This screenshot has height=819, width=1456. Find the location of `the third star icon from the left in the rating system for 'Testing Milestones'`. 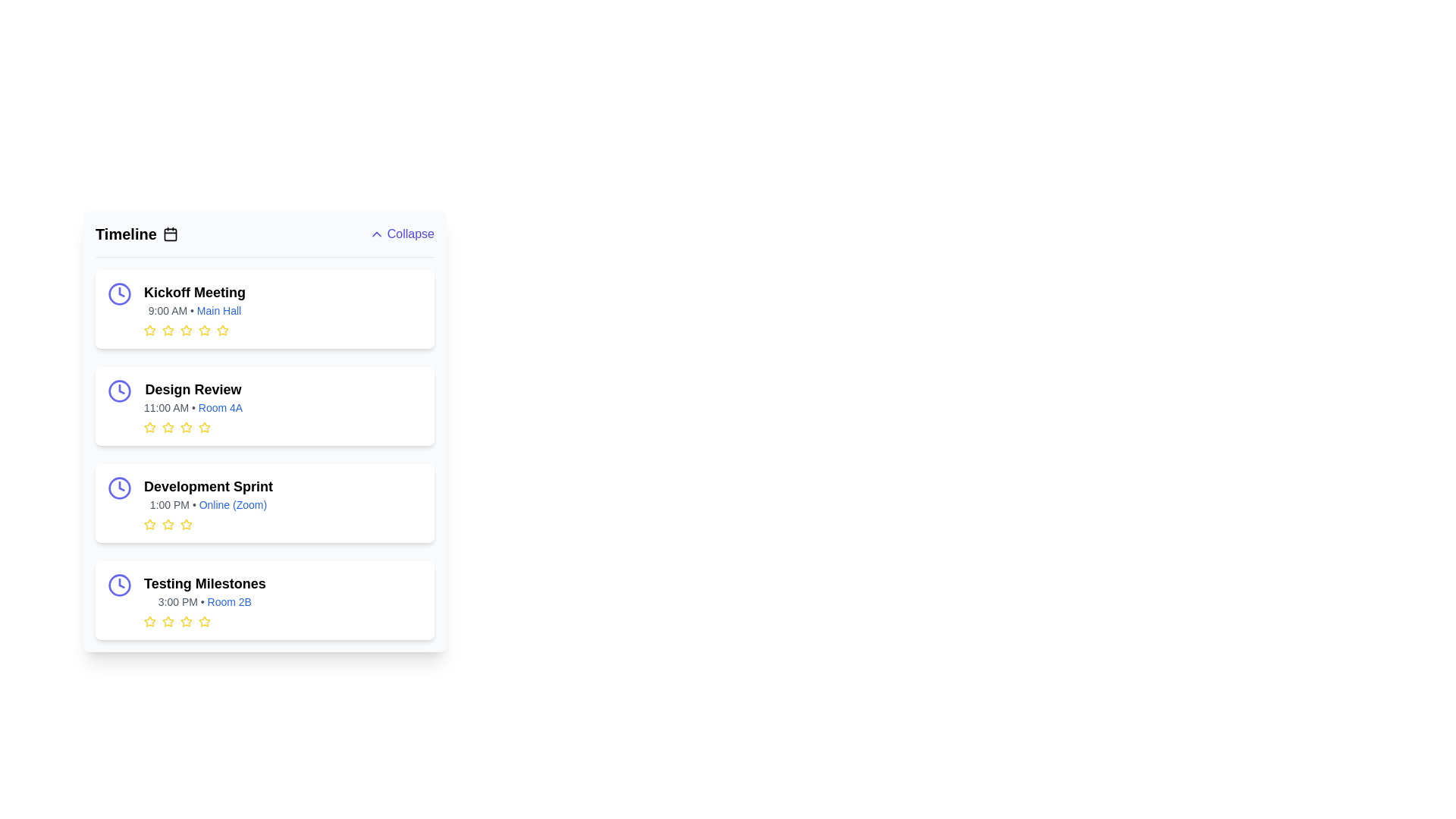

the third star icon from the left in the rating system for 'Testing Milestones' is located at coordinates (168, 622).